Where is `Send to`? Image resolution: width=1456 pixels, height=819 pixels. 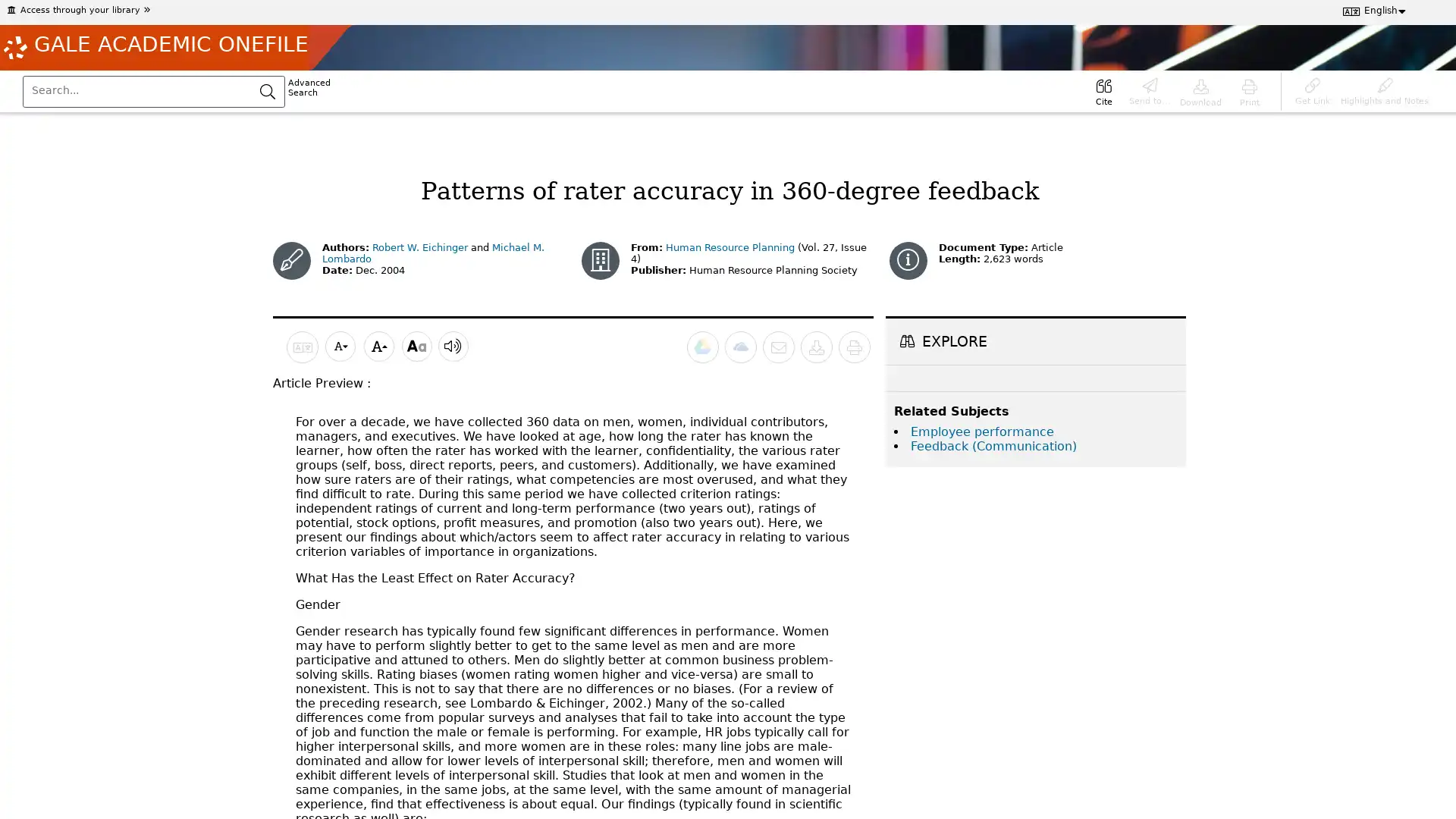 Send to is located at coordinates (1150, 89).